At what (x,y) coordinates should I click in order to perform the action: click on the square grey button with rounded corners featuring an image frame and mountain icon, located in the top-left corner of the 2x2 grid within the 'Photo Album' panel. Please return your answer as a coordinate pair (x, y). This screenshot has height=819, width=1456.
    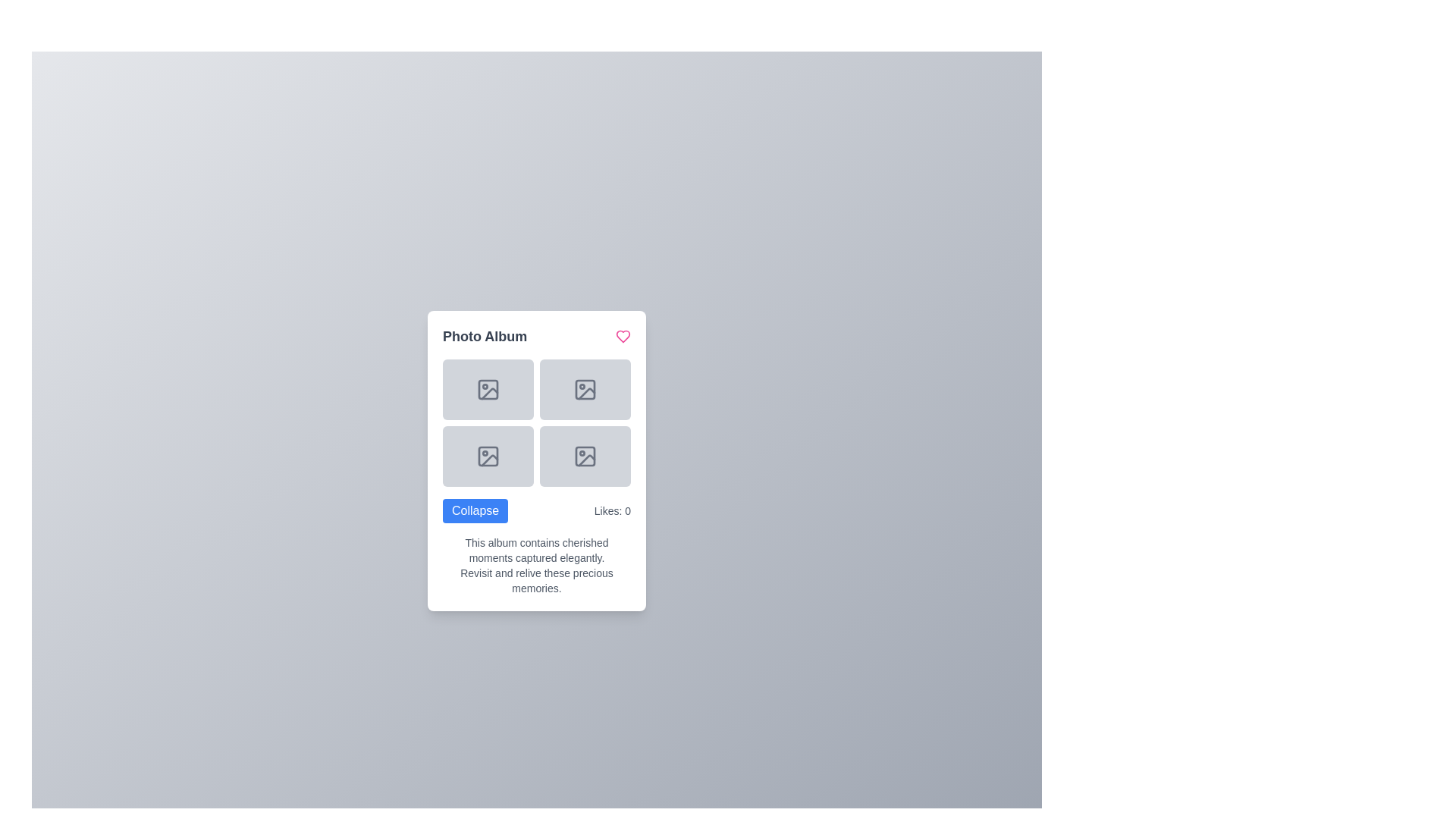
    Looking at the image, I should click on (488, 388).